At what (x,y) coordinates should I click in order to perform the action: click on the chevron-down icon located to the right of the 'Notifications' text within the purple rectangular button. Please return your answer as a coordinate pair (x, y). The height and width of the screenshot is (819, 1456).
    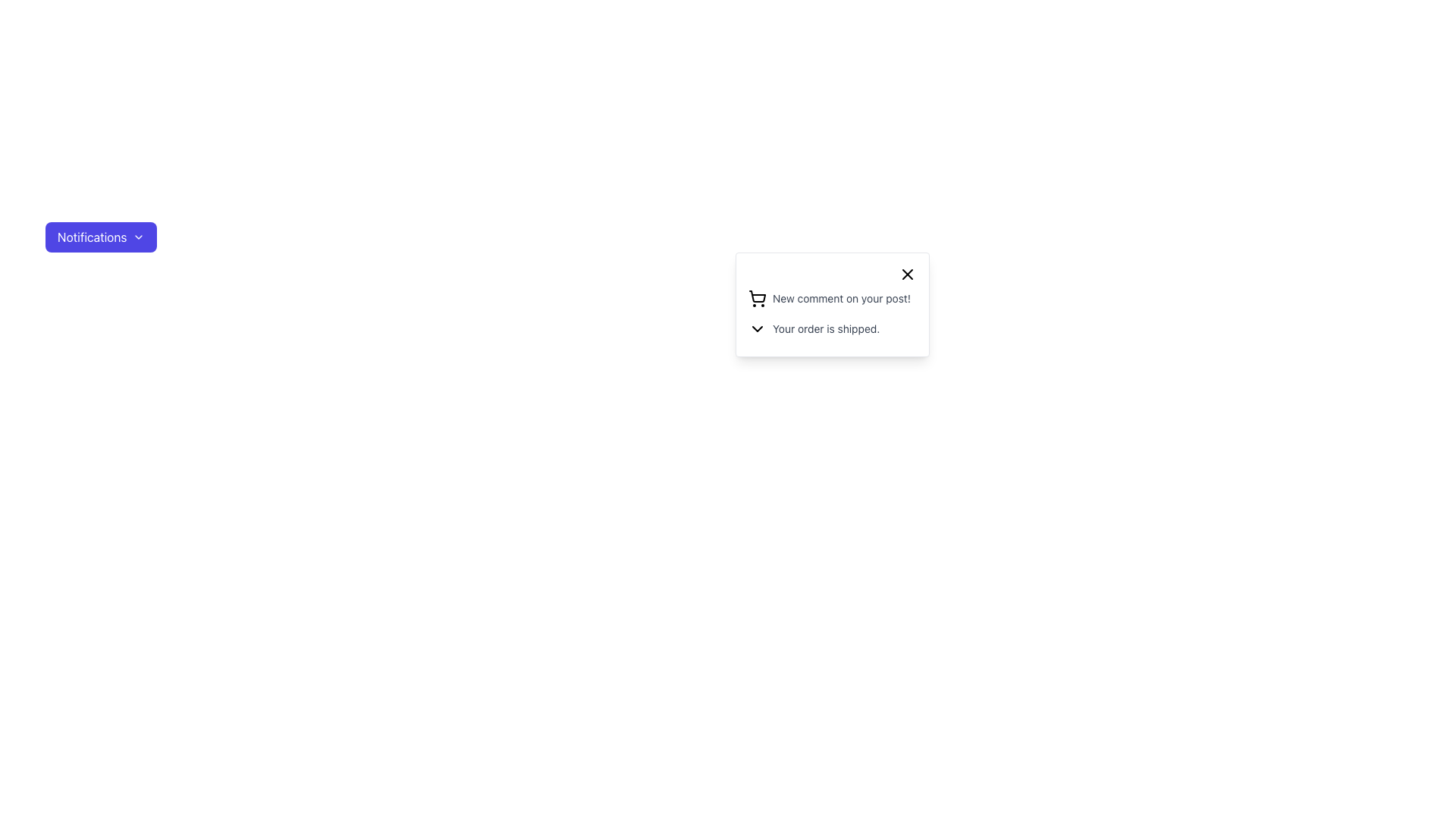
    Looking at the image, I should click on (139, 237).